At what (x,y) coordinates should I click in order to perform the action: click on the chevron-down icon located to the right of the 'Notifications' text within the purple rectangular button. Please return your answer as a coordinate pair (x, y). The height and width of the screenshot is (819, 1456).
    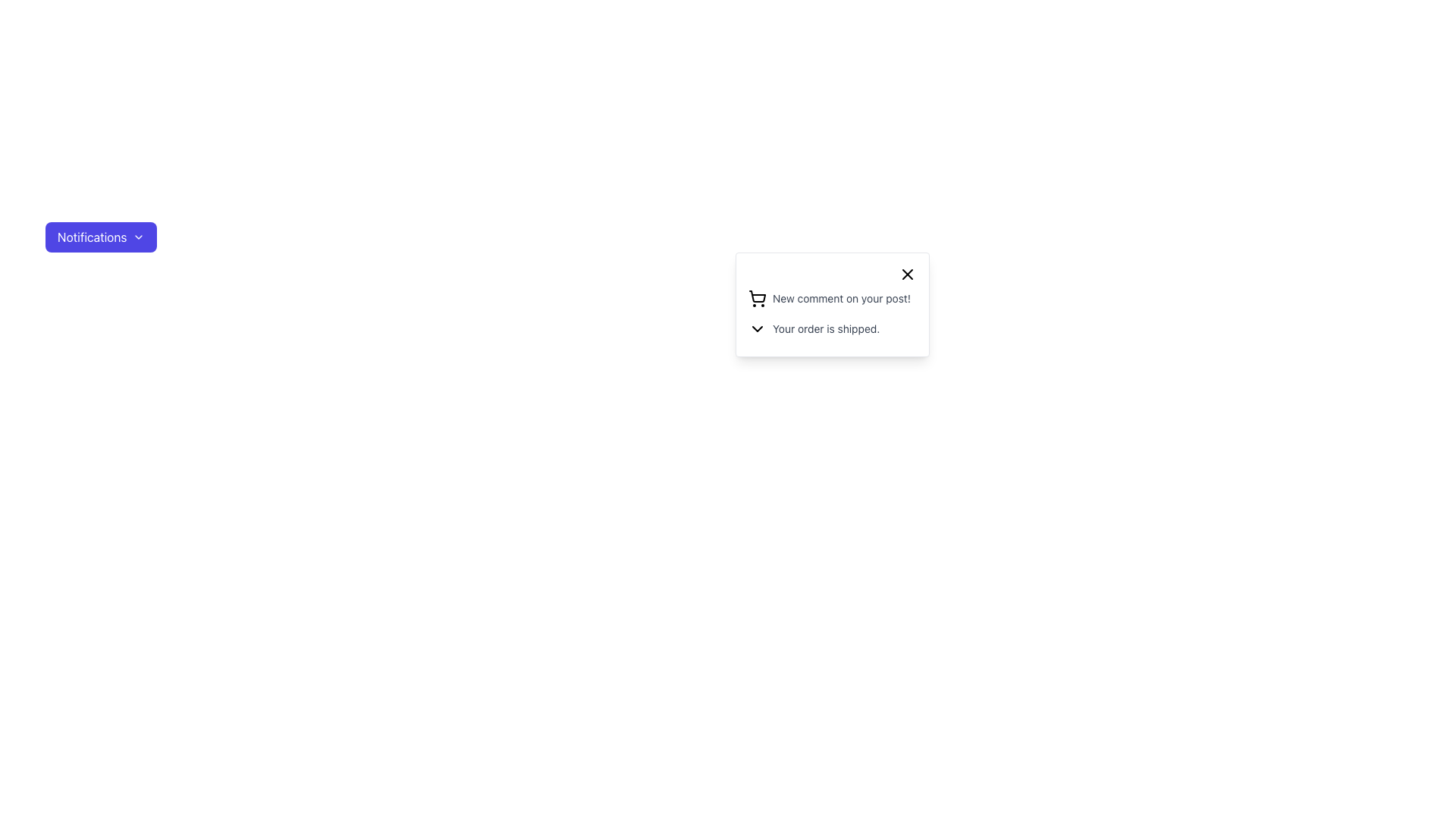
    Looking at the image, I should click on (139, 237).